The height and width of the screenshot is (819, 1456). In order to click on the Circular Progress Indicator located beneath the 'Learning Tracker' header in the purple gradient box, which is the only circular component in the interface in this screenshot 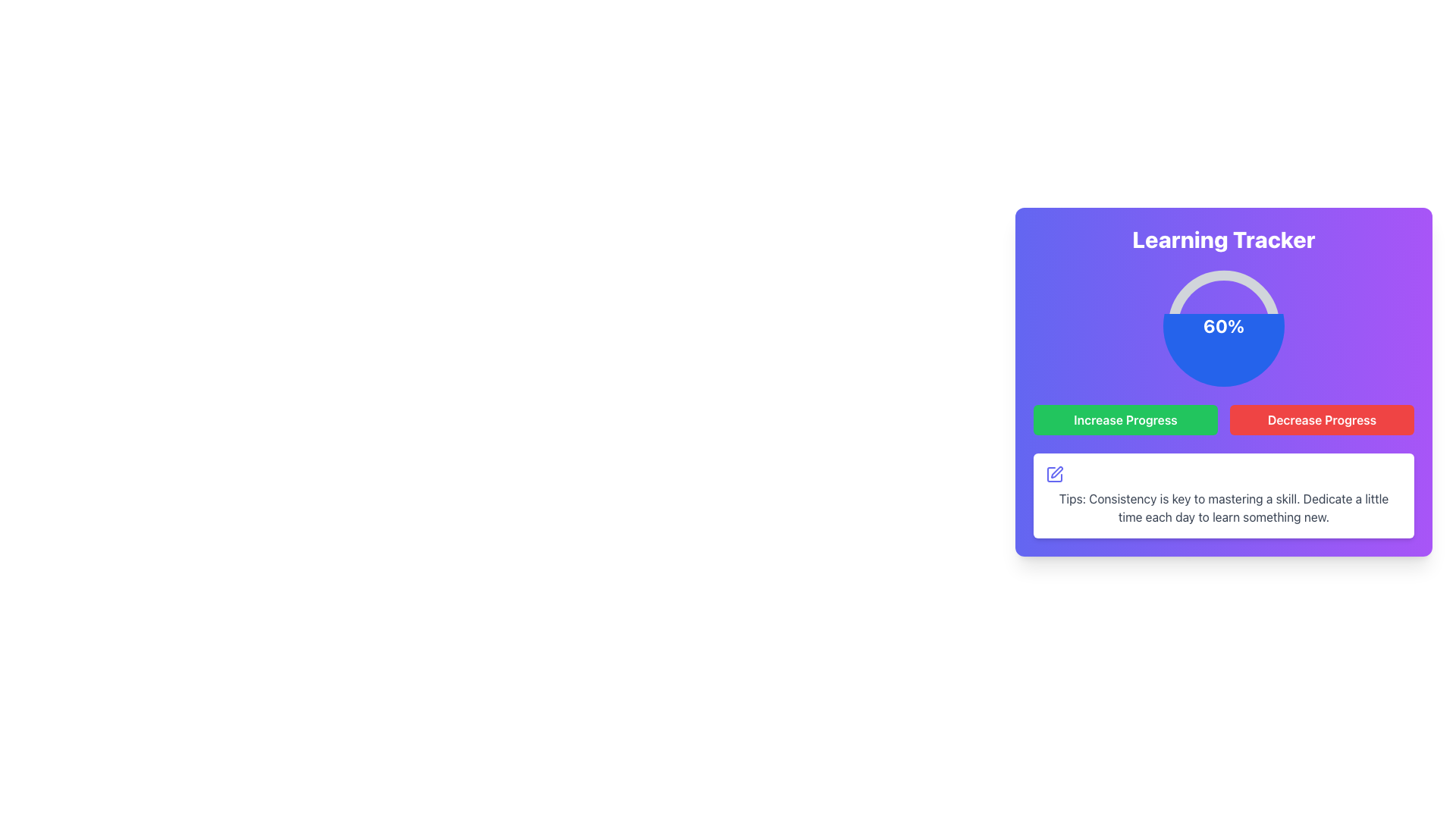, I will do `click(1223, 325)`.